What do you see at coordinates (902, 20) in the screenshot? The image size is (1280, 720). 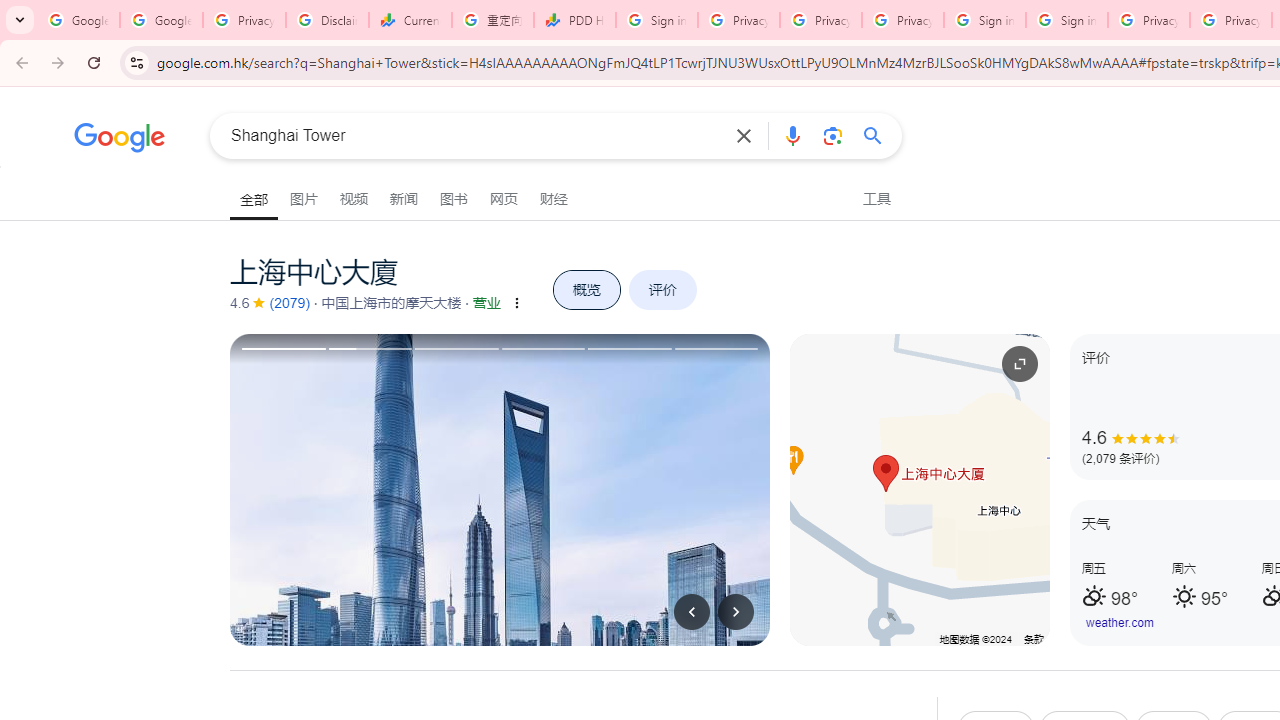 I see `'Privacy Checkup'` at bounding box center [902, 20].